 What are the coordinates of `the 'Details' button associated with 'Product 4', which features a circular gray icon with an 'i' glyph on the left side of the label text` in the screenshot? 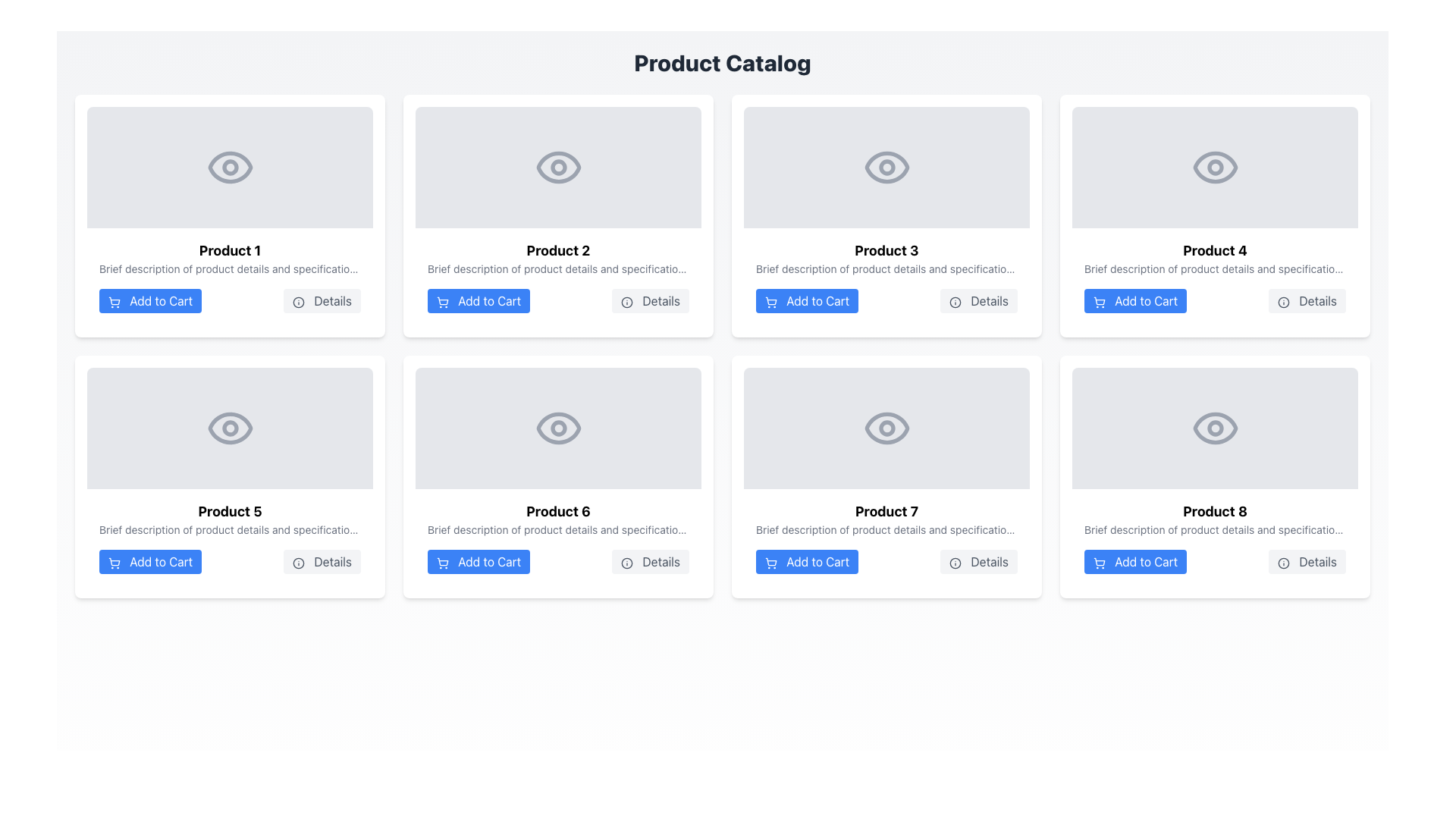 It's located at (1283, 302).